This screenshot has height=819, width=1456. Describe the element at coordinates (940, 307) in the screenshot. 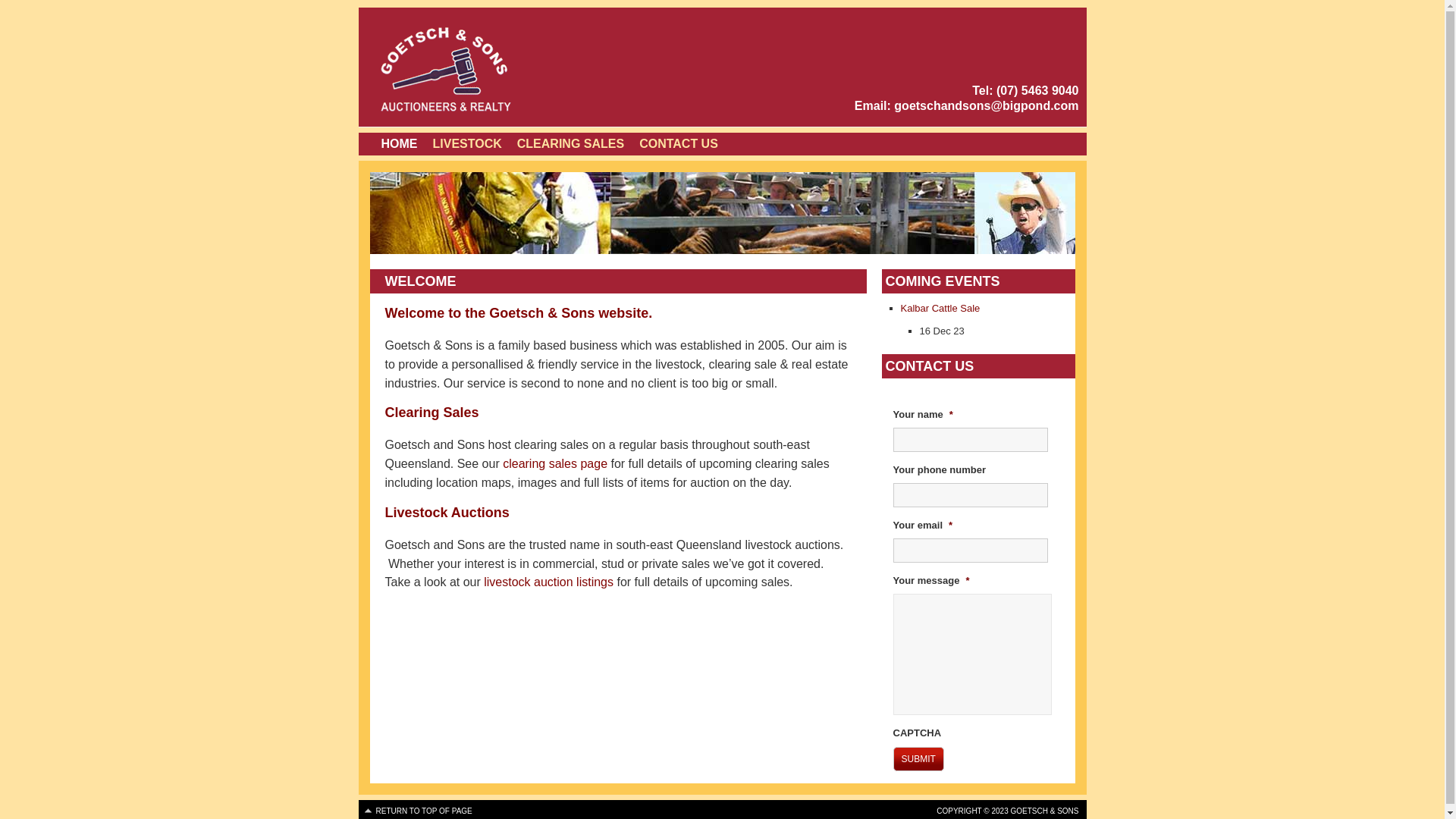

I see `'Kalbar Cattle Sale'` at that location.